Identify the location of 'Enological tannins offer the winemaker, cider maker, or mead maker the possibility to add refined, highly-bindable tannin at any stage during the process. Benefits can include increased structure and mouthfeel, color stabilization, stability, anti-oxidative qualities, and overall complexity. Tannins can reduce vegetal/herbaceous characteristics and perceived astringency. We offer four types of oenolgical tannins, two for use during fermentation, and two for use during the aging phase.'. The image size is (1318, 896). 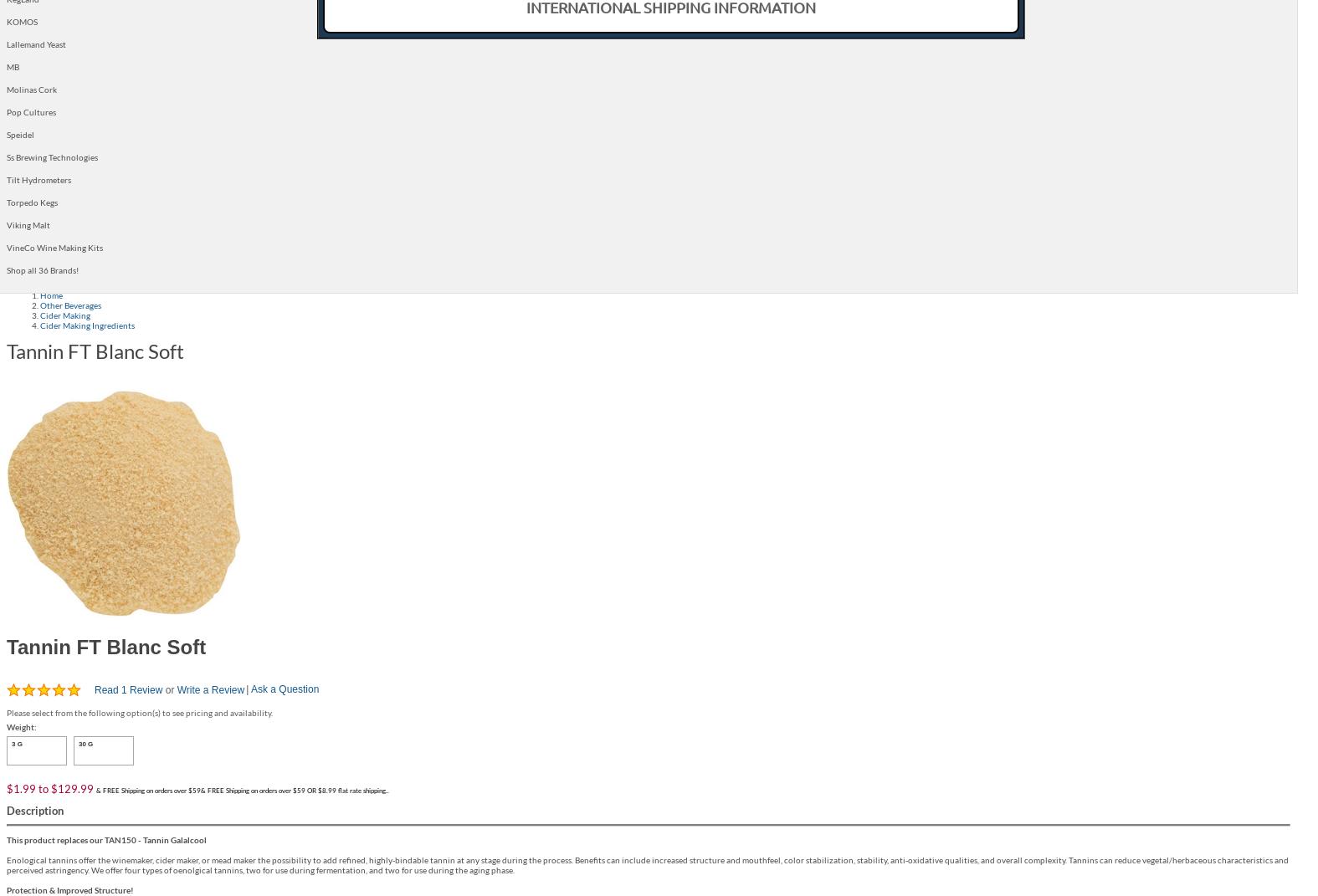
(646, 863).